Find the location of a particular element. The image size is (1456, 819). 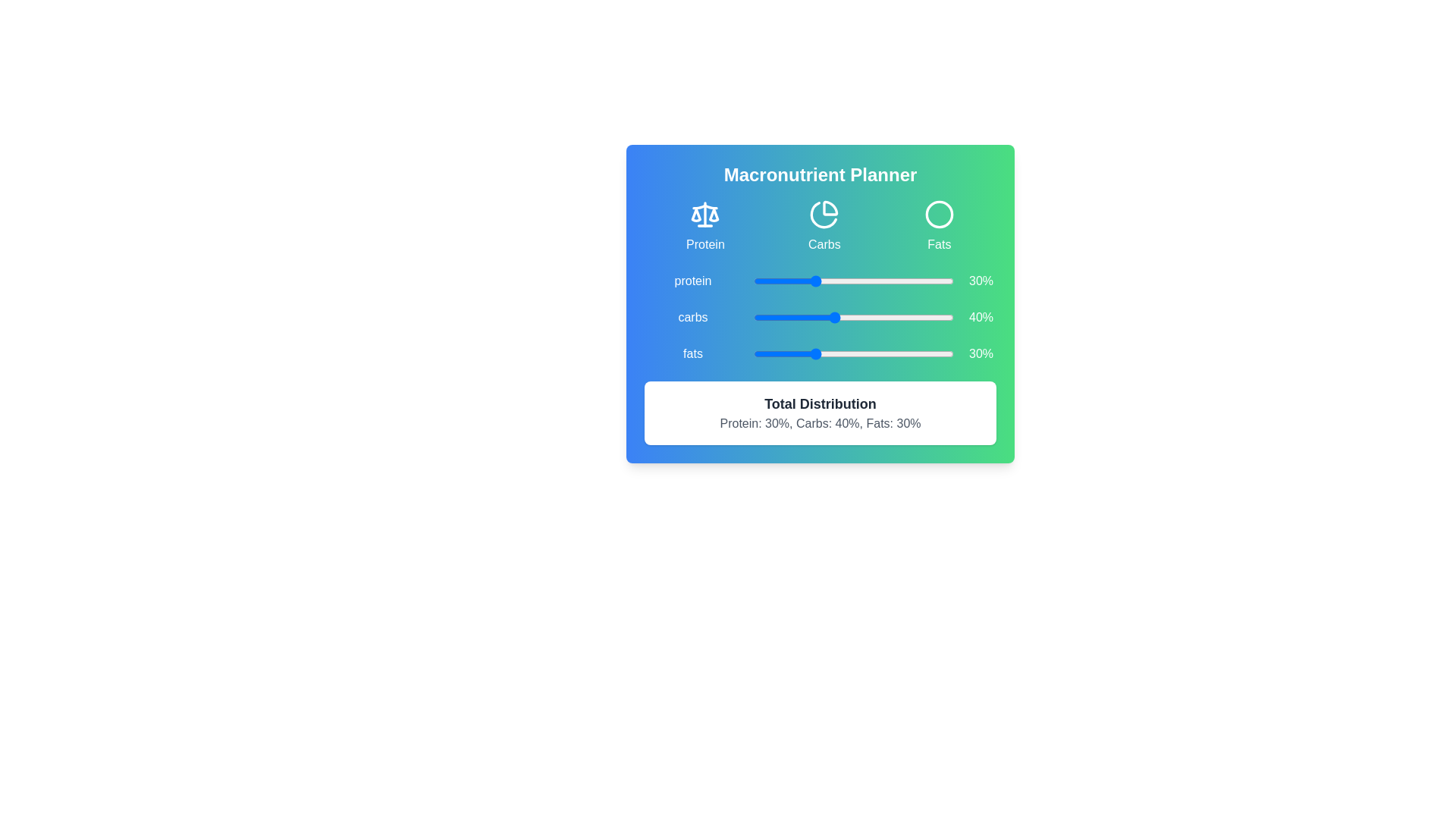

the 'Carbs' nutrient category icon located under the 'Macronutrient Planner' header is located at coordinates (823, 215).